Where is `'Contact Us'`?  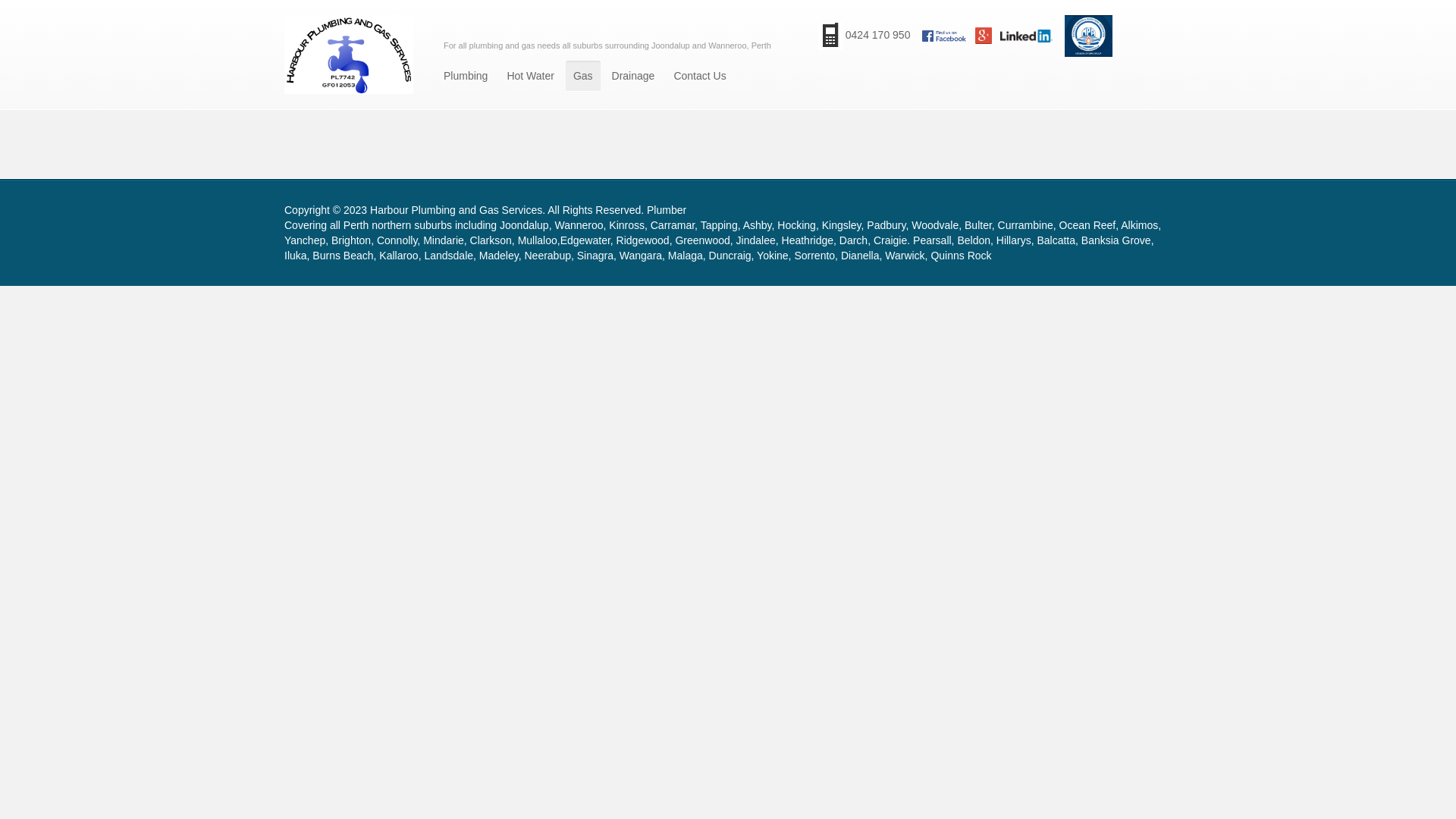 'Contact Us' is located at coordinates (666, 76).